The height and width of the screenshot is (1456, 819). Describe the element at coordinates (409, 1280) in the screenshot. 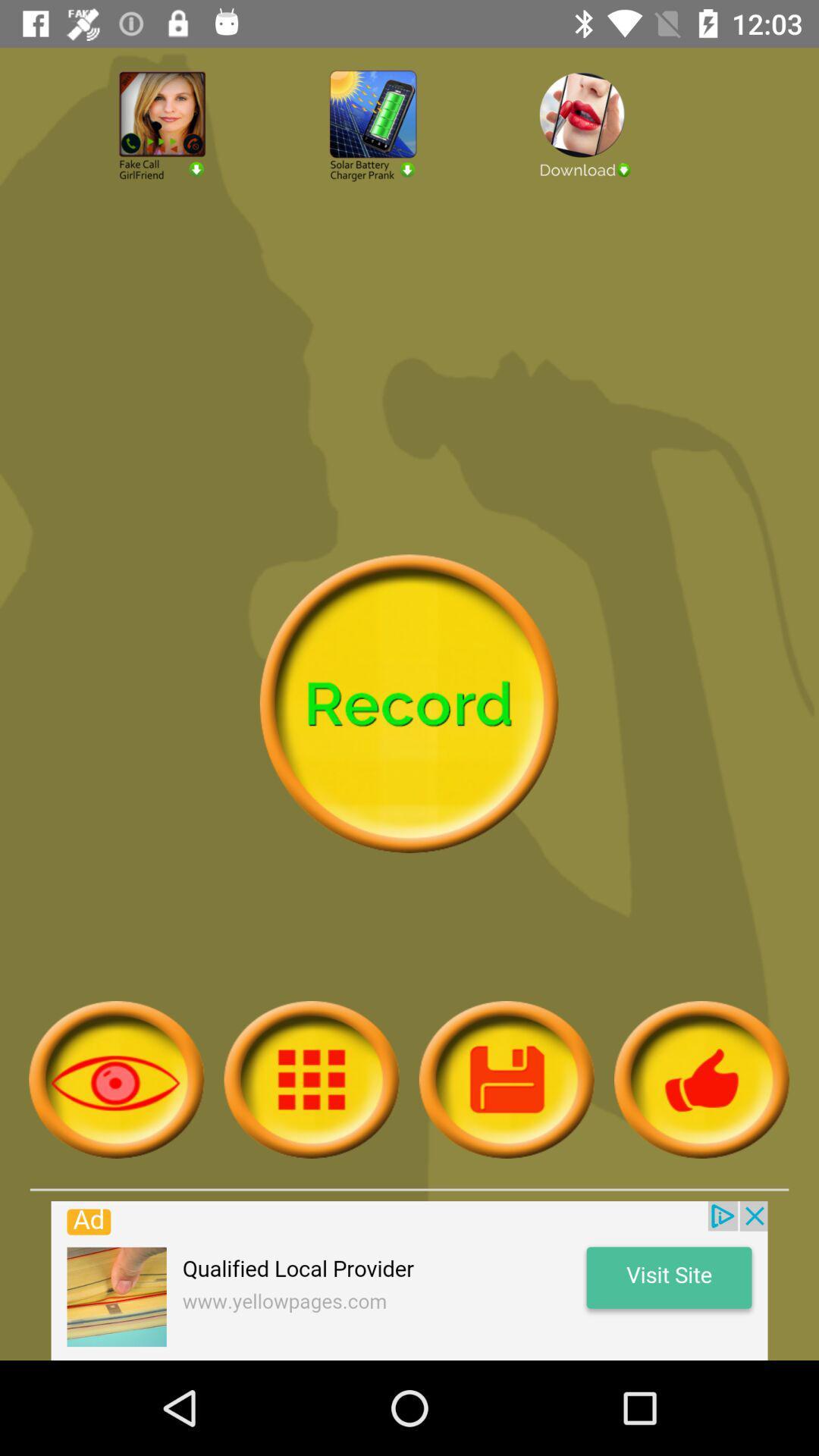

I see `advertisement website` at that location.